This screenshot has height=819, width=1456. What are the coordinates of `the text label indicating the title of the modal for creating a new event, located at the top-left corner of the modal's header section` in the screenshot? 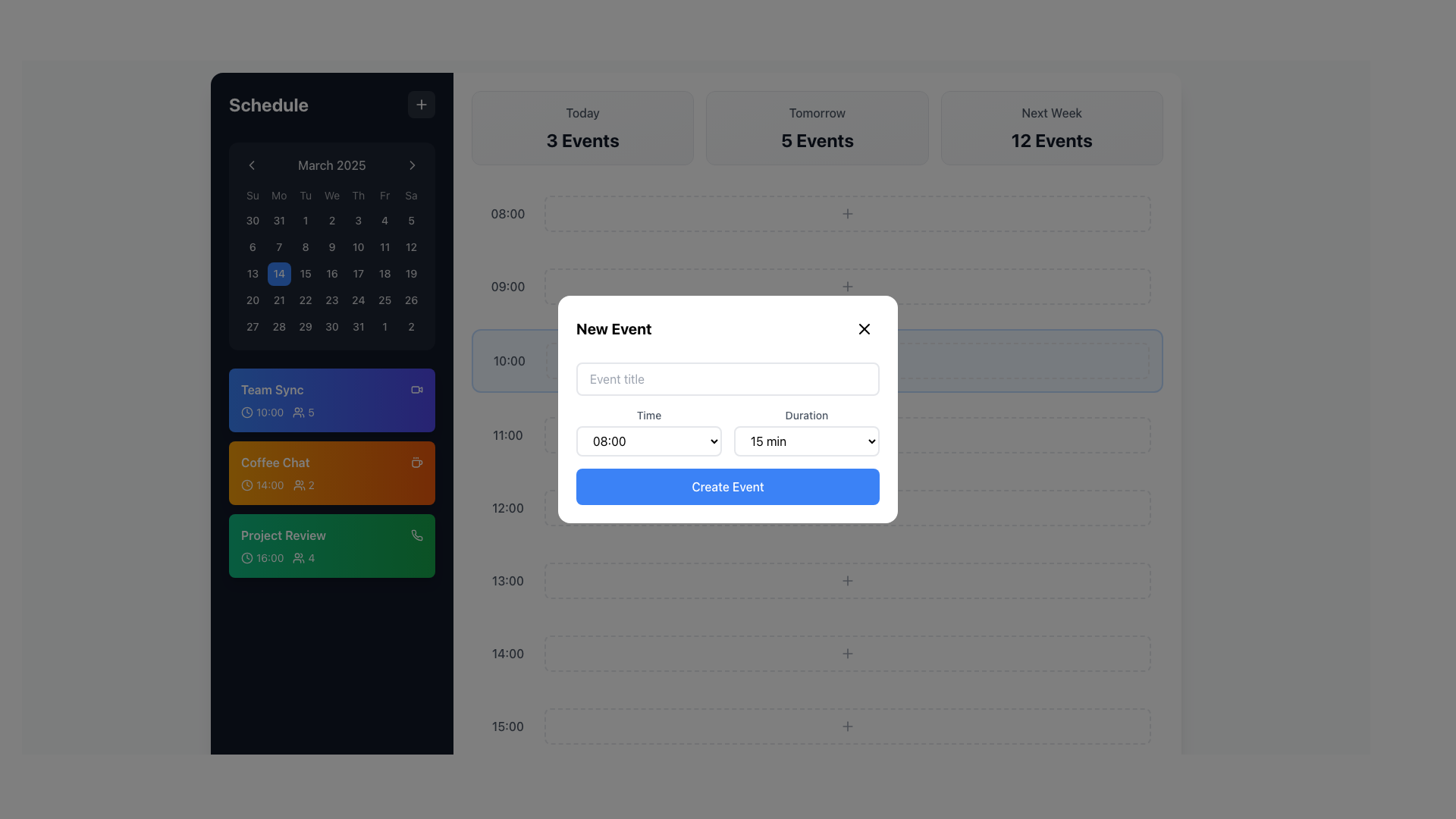 It's located at (613, 328).